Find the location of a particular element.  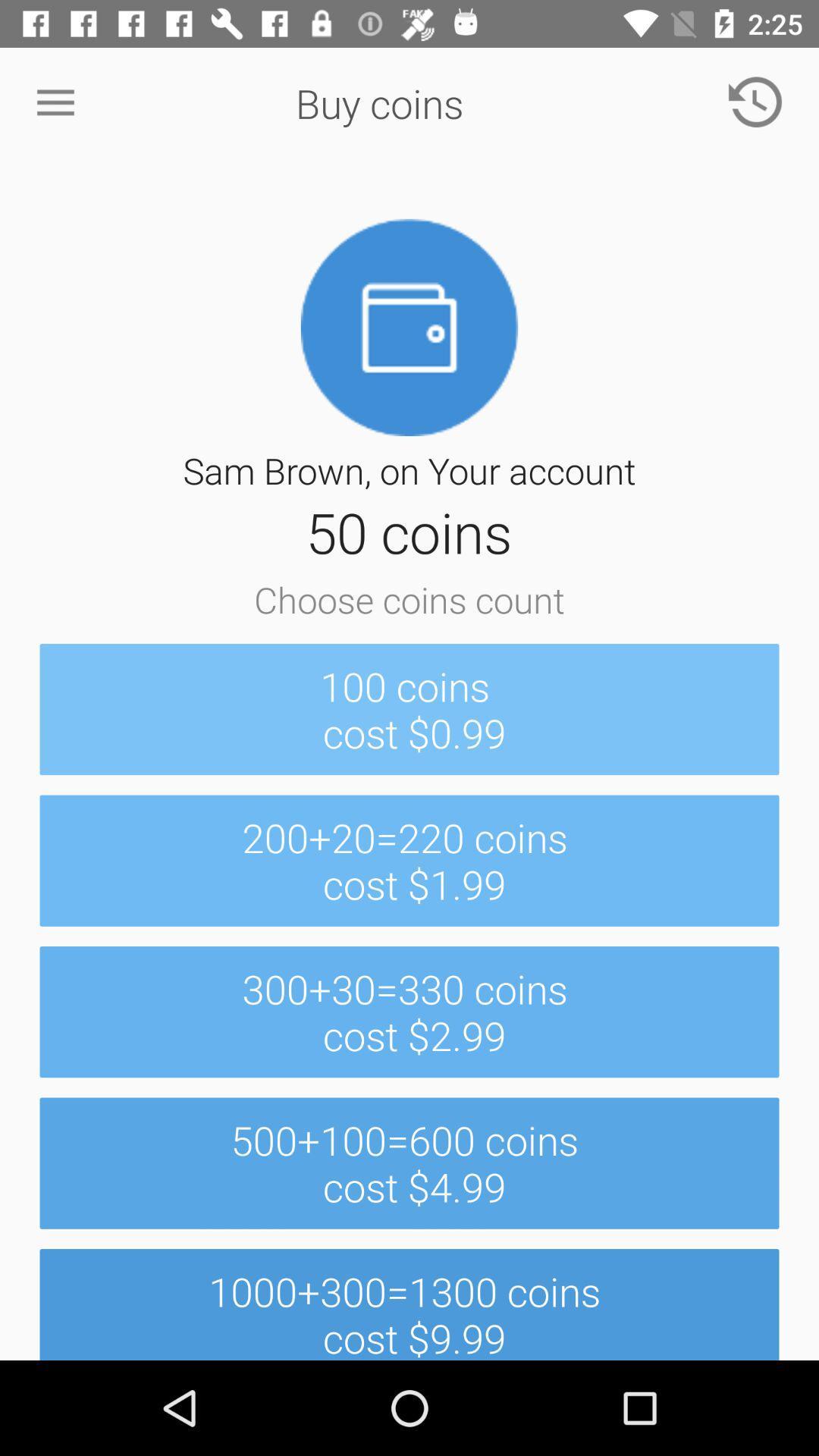

icon above the 100 coins cost is located at coordinates (55, 102).